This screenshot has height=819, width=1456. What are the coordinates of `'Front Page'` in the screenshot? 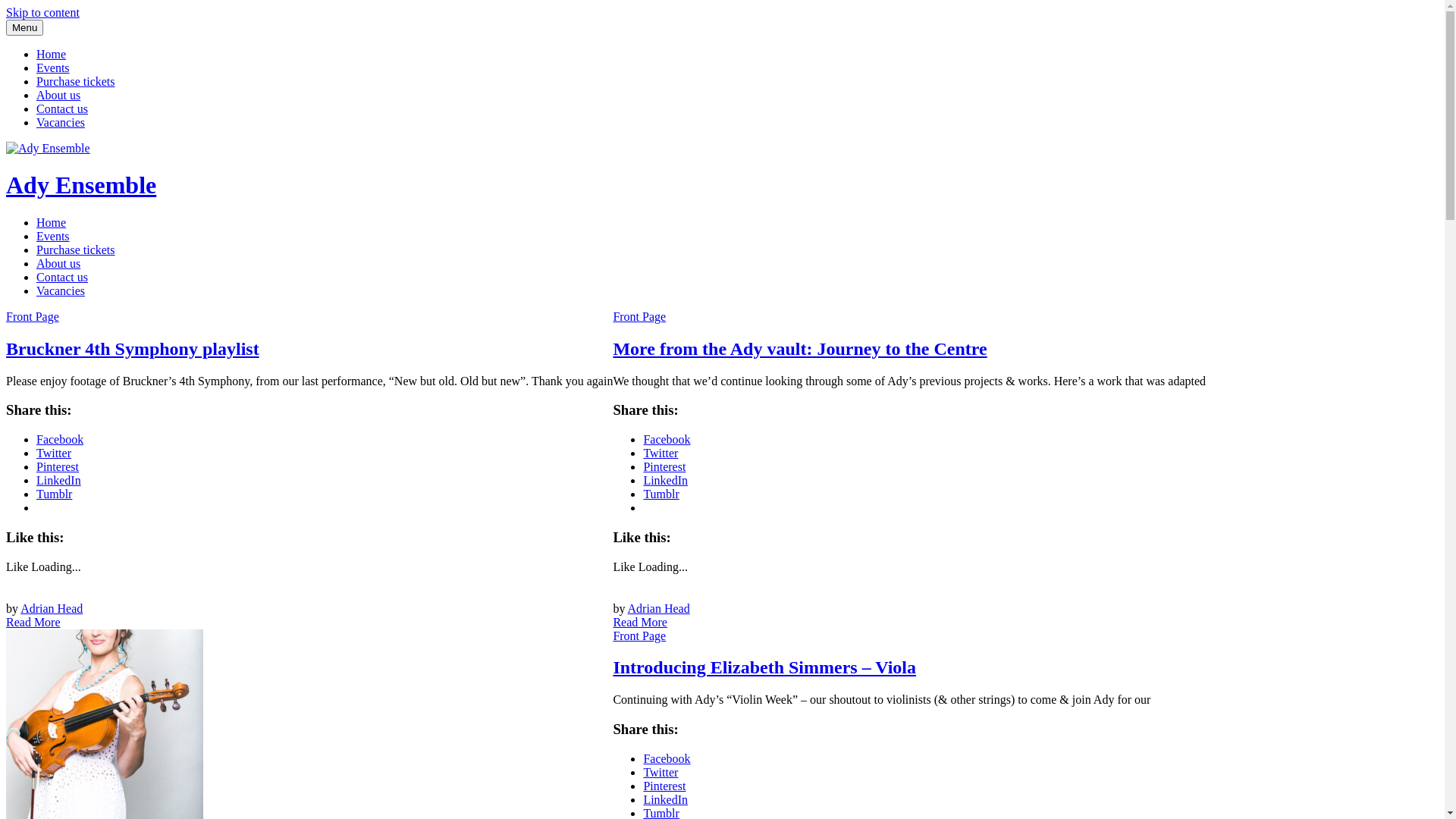 It's located at (639, 635).